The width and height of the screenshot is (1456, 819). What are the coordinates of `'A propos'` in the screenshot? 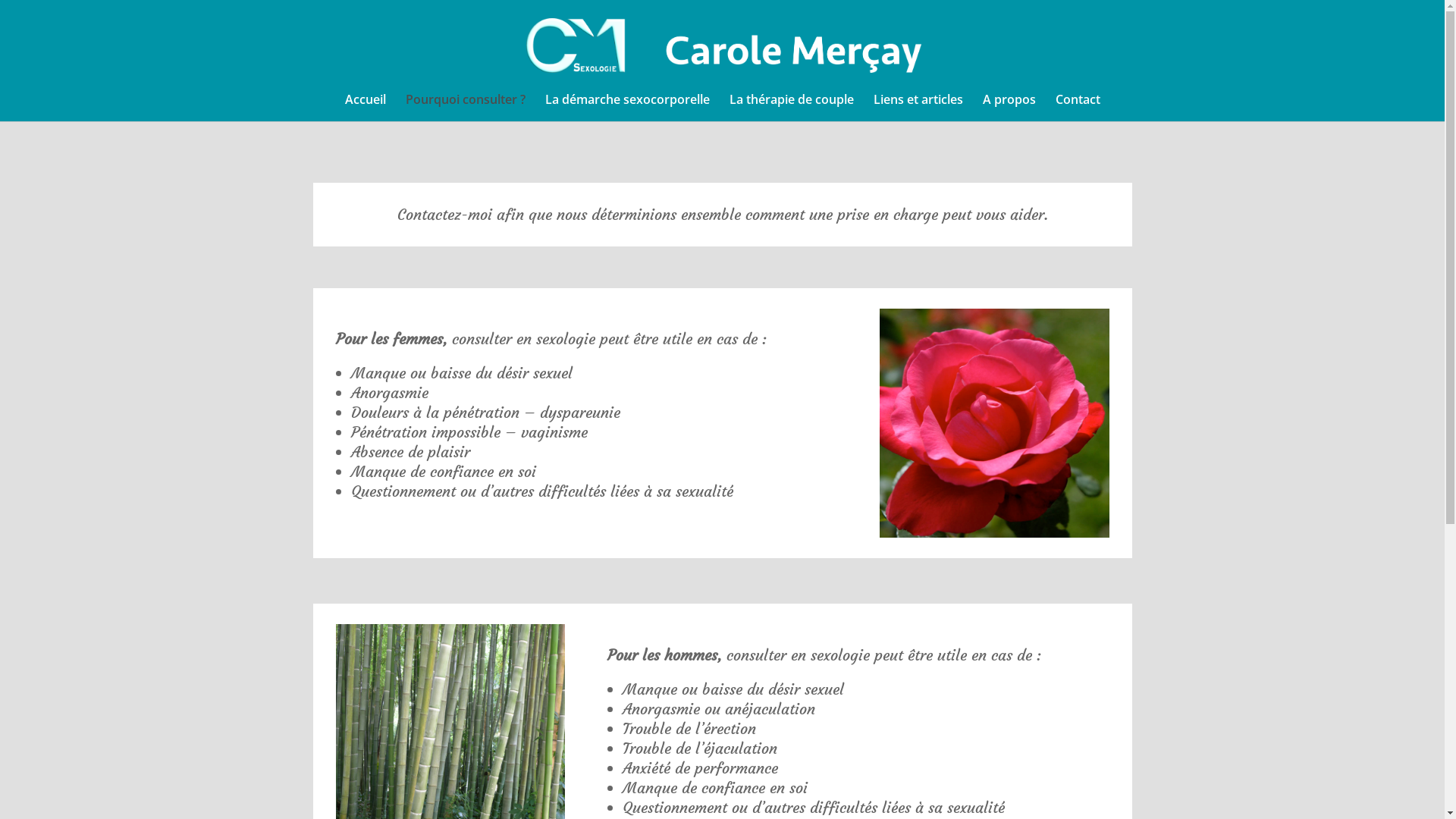 It's located at (1009, 107).